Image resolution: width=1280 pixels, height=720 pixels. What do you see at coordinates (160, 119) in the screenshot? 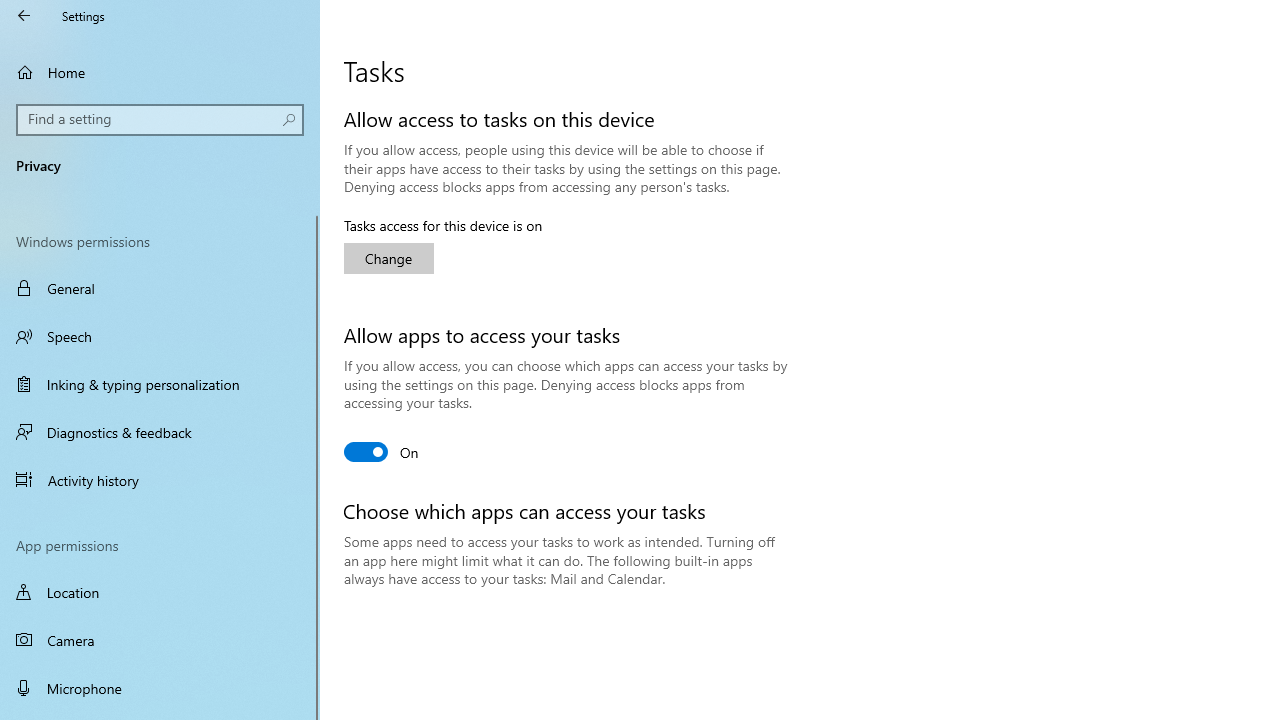
I see `'Search box, Find a setting'` at bounding box center [160, 119].